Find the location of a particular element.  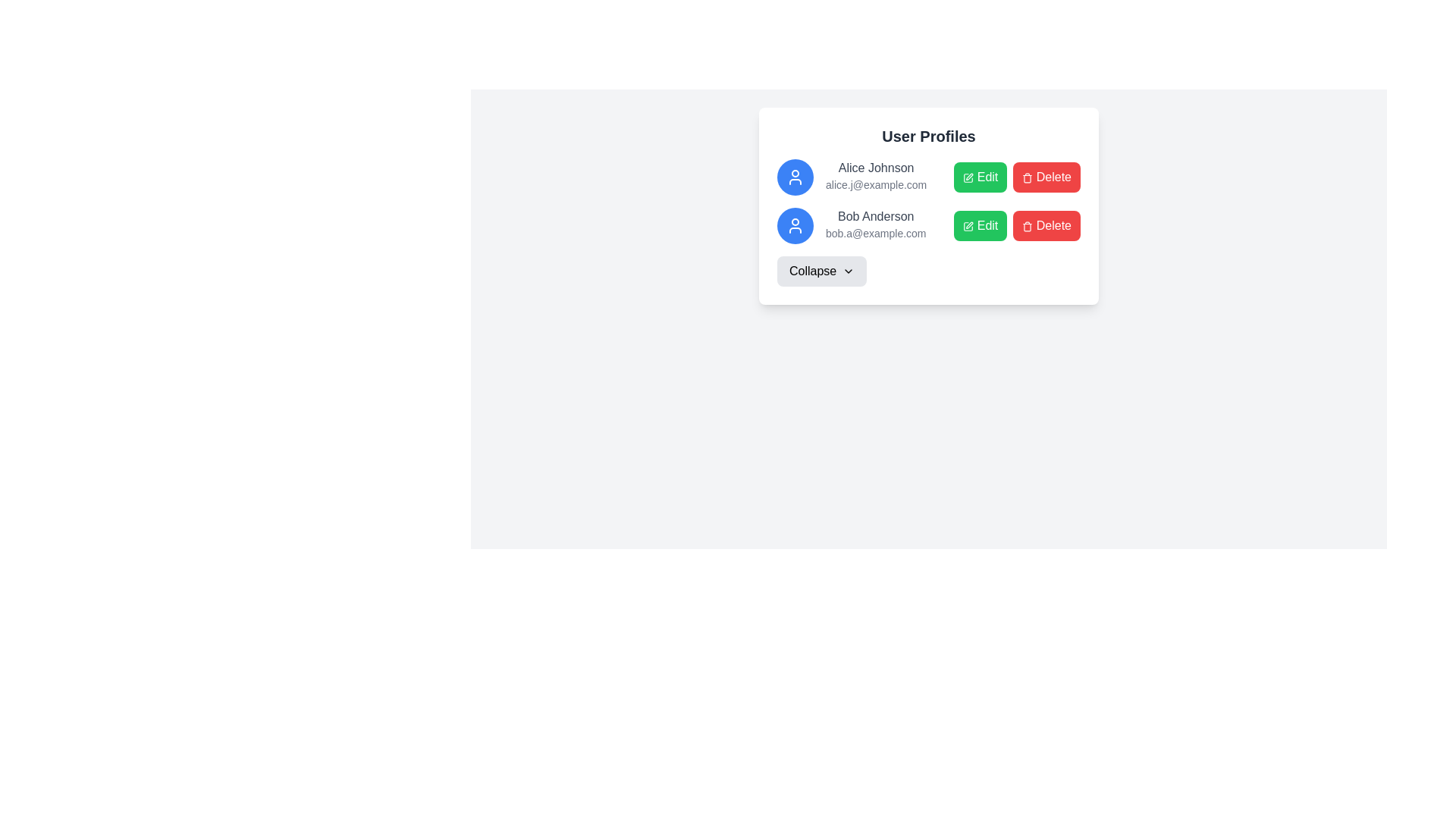

the trash bin icon with a red background and white border within the 'Delete' button for user Bob Anderson's profile is located at coordinates (1028, 177).